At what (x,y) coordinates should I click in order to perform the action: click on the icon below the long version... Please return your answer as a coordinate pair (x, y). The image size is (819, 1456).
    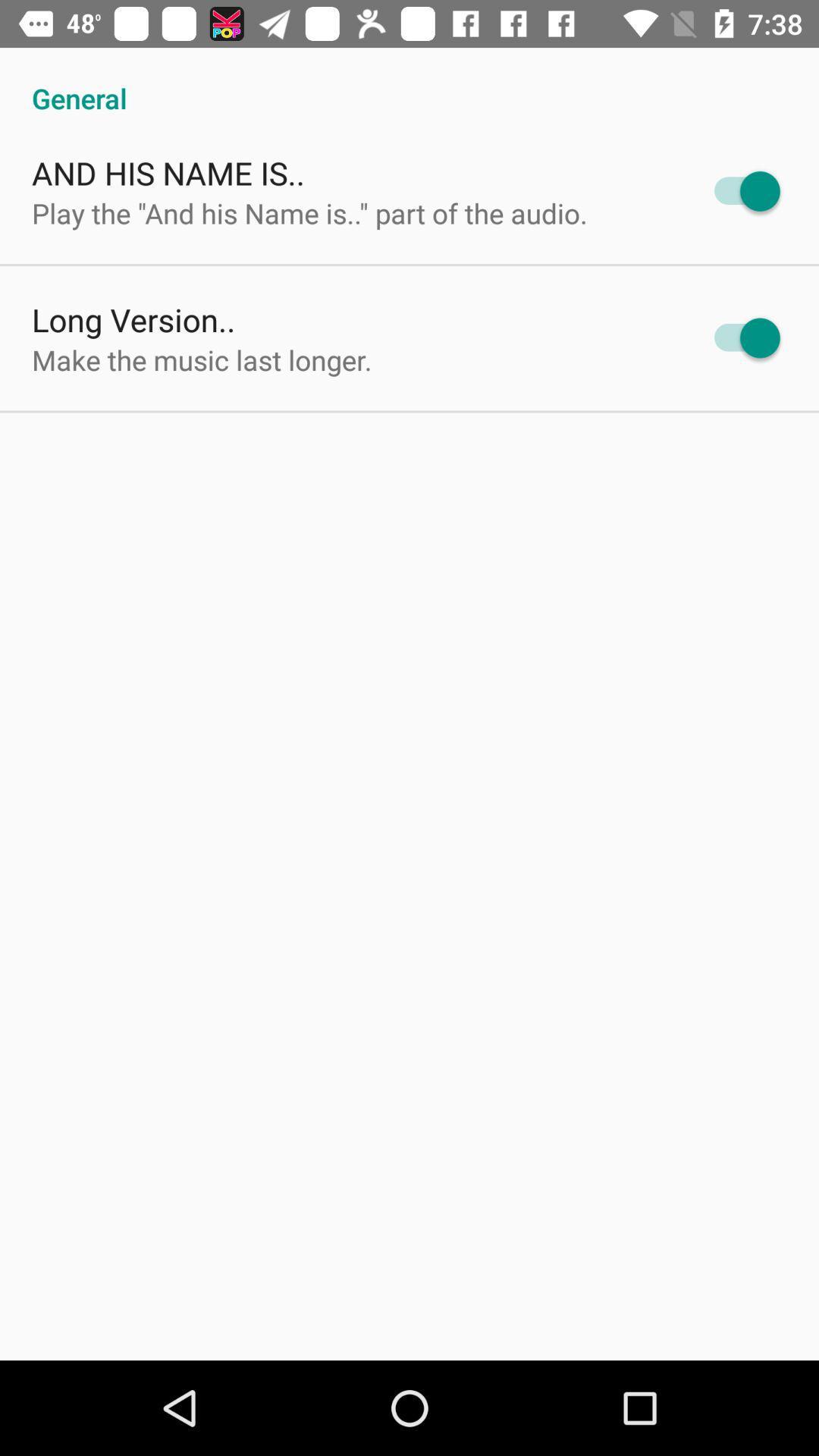
    Looking at the image, I should click on (201, 359).